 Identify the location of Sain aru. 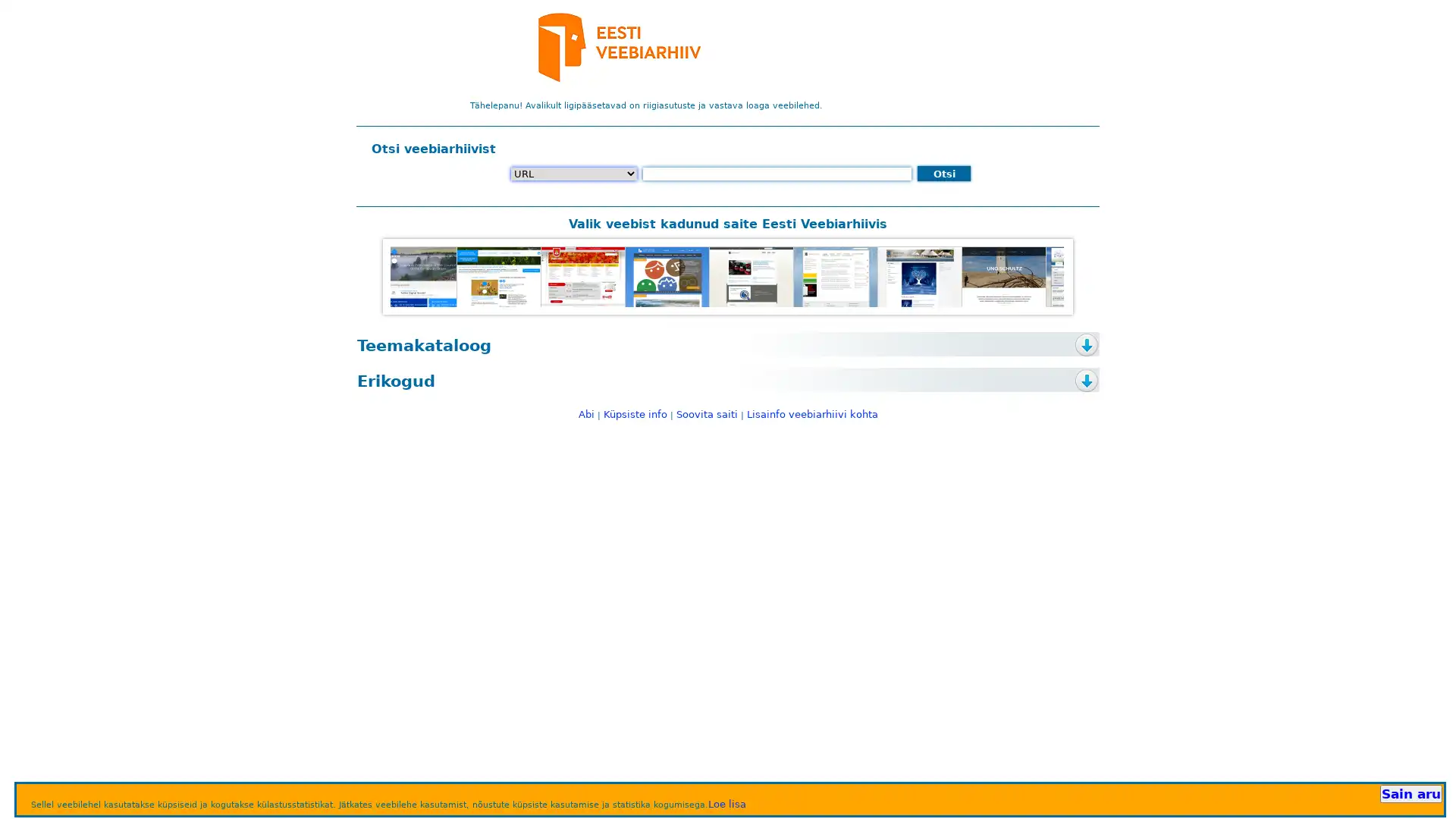
(1410, 792).